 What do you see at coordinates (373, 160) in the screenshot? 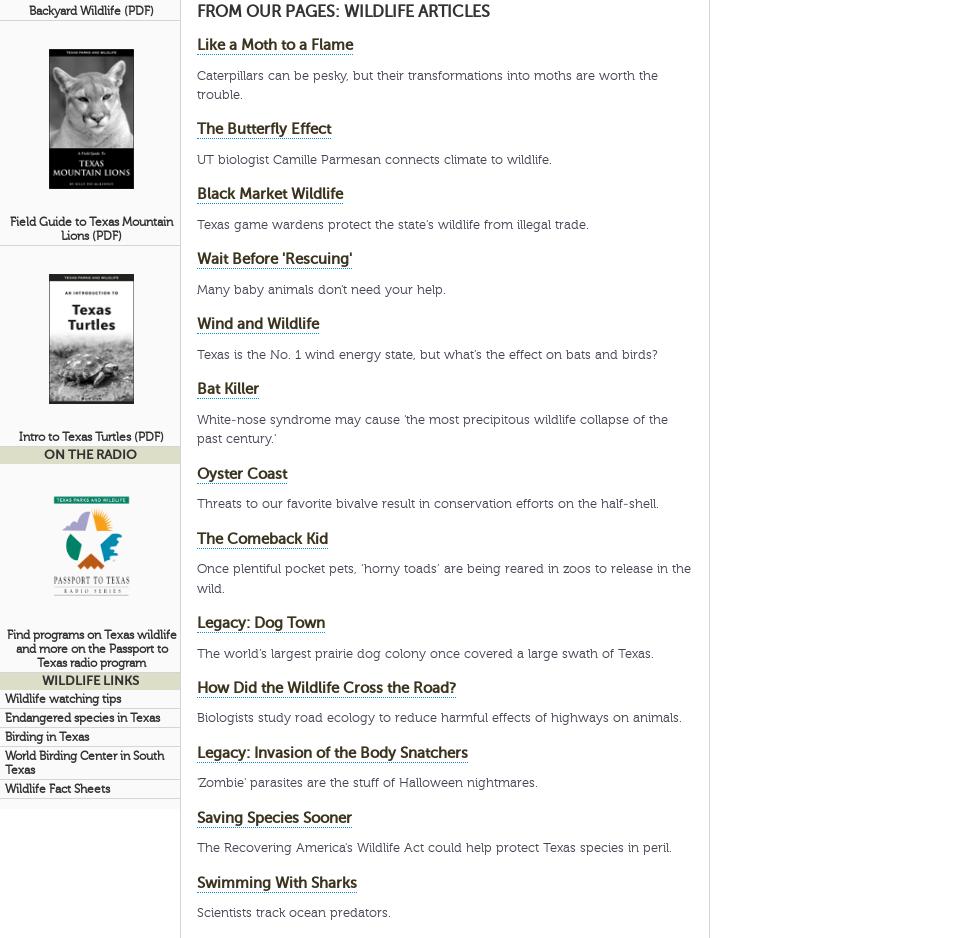
I see `'UT biologist Camille Parmesan connects climate to wildlife.'` at bounding box center [373, 160].